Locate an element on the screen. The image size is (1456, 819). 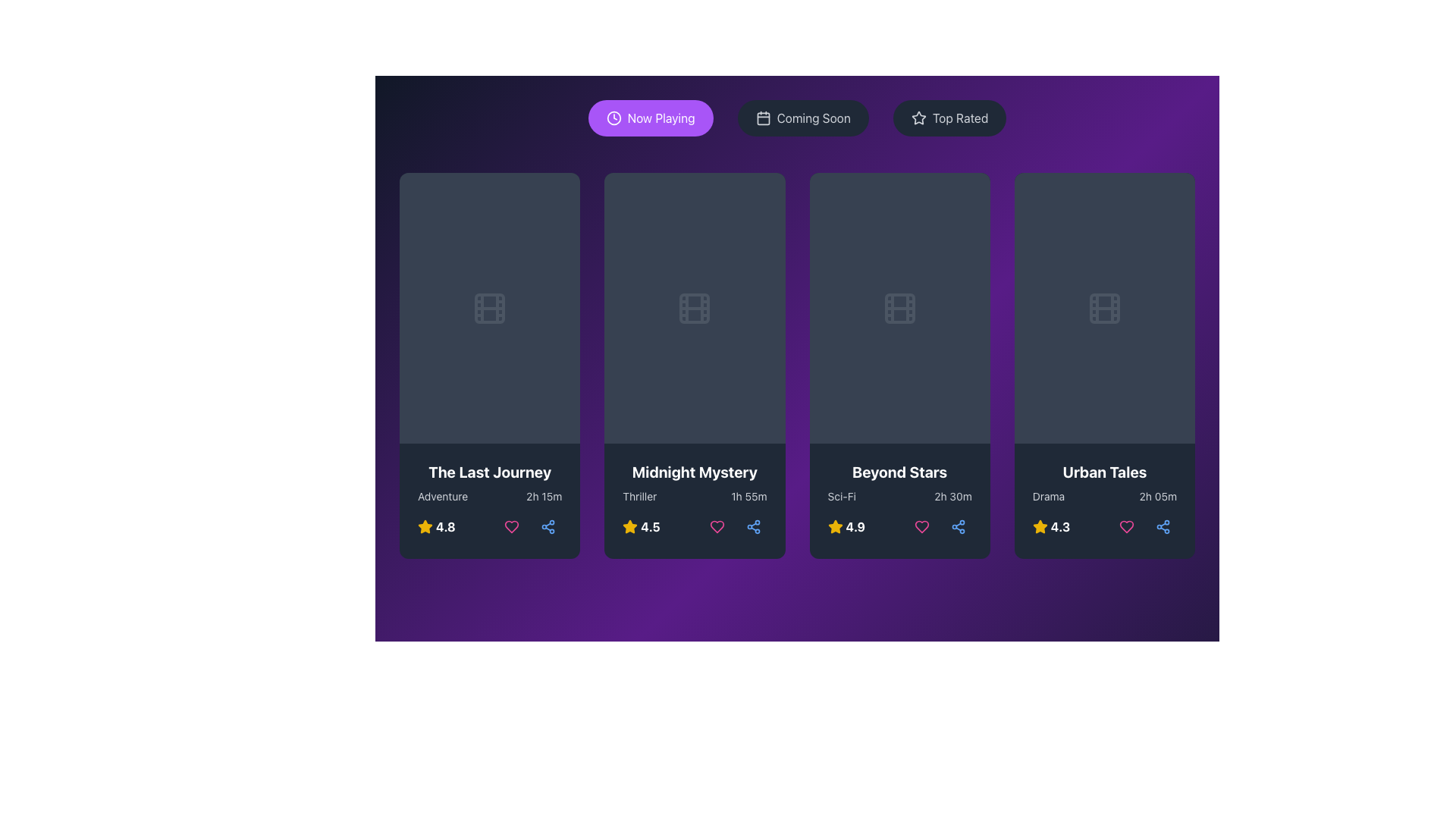
the 'Top Rated' button icon is located at coordinates (918, 117).